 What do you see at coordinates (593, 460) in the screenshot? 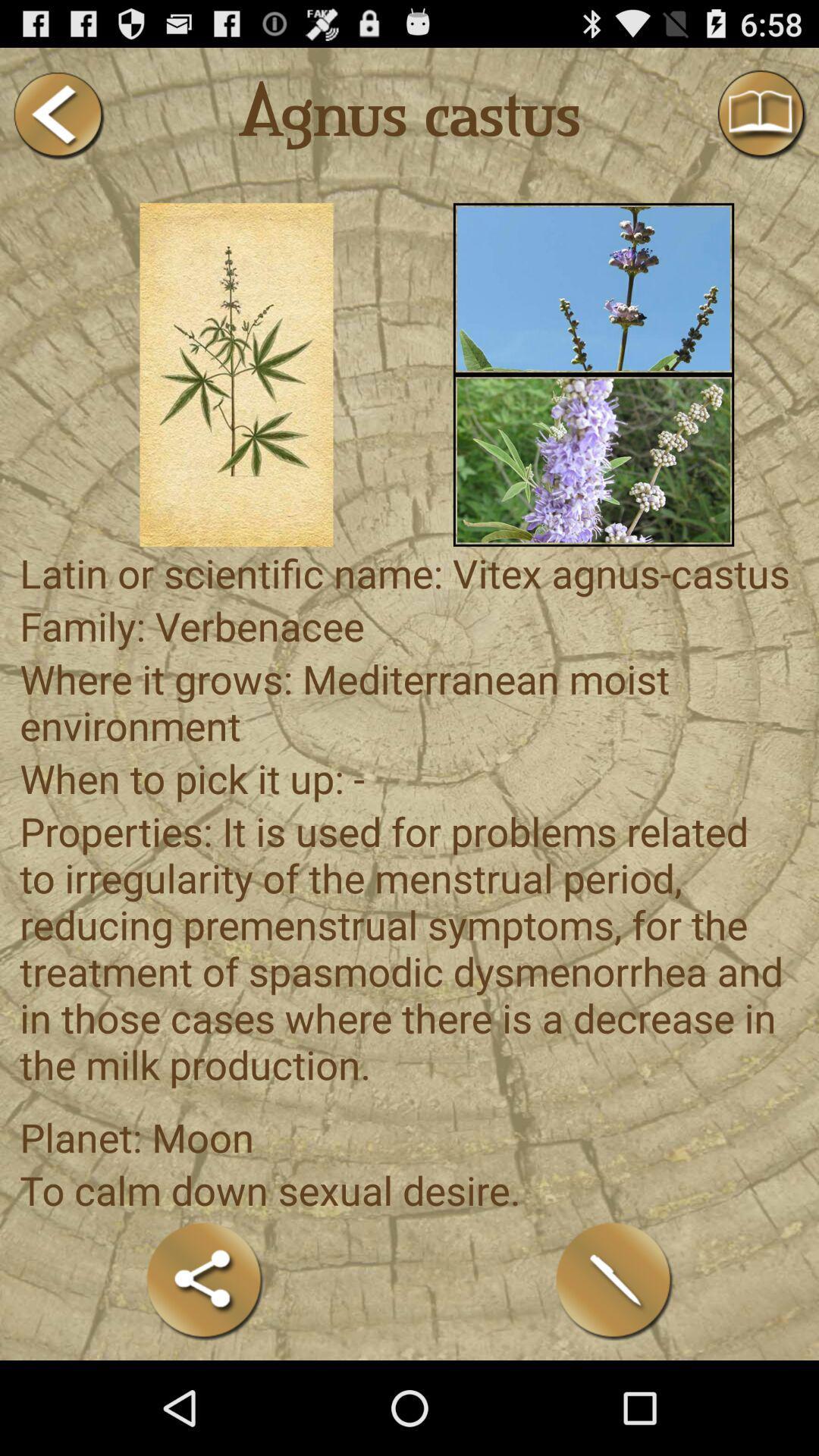
I see `selects picture` at bounding box center [593, 460].